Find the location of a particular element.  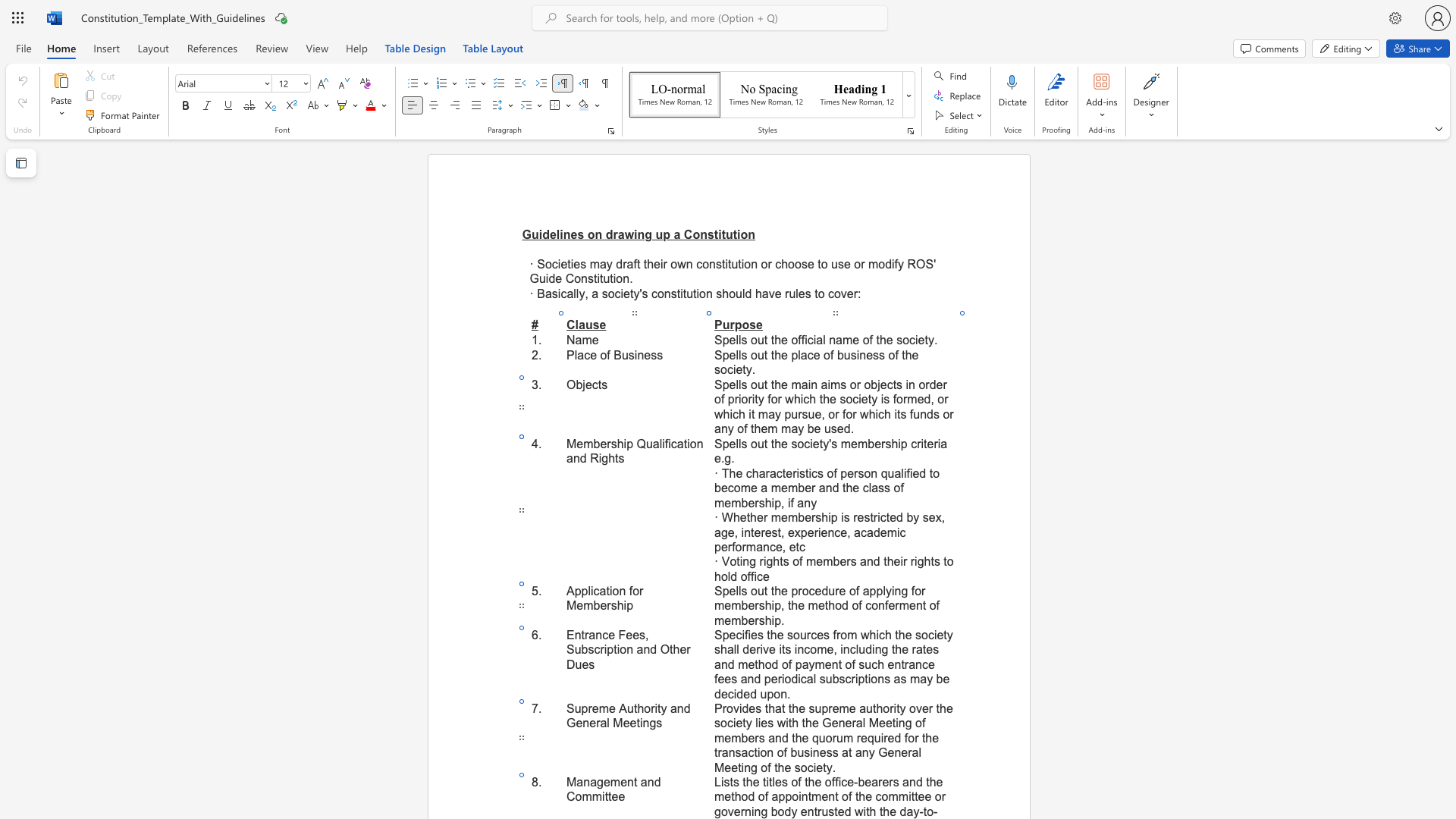

the 2th character "f" in the text is located at coordinates (906, 737).